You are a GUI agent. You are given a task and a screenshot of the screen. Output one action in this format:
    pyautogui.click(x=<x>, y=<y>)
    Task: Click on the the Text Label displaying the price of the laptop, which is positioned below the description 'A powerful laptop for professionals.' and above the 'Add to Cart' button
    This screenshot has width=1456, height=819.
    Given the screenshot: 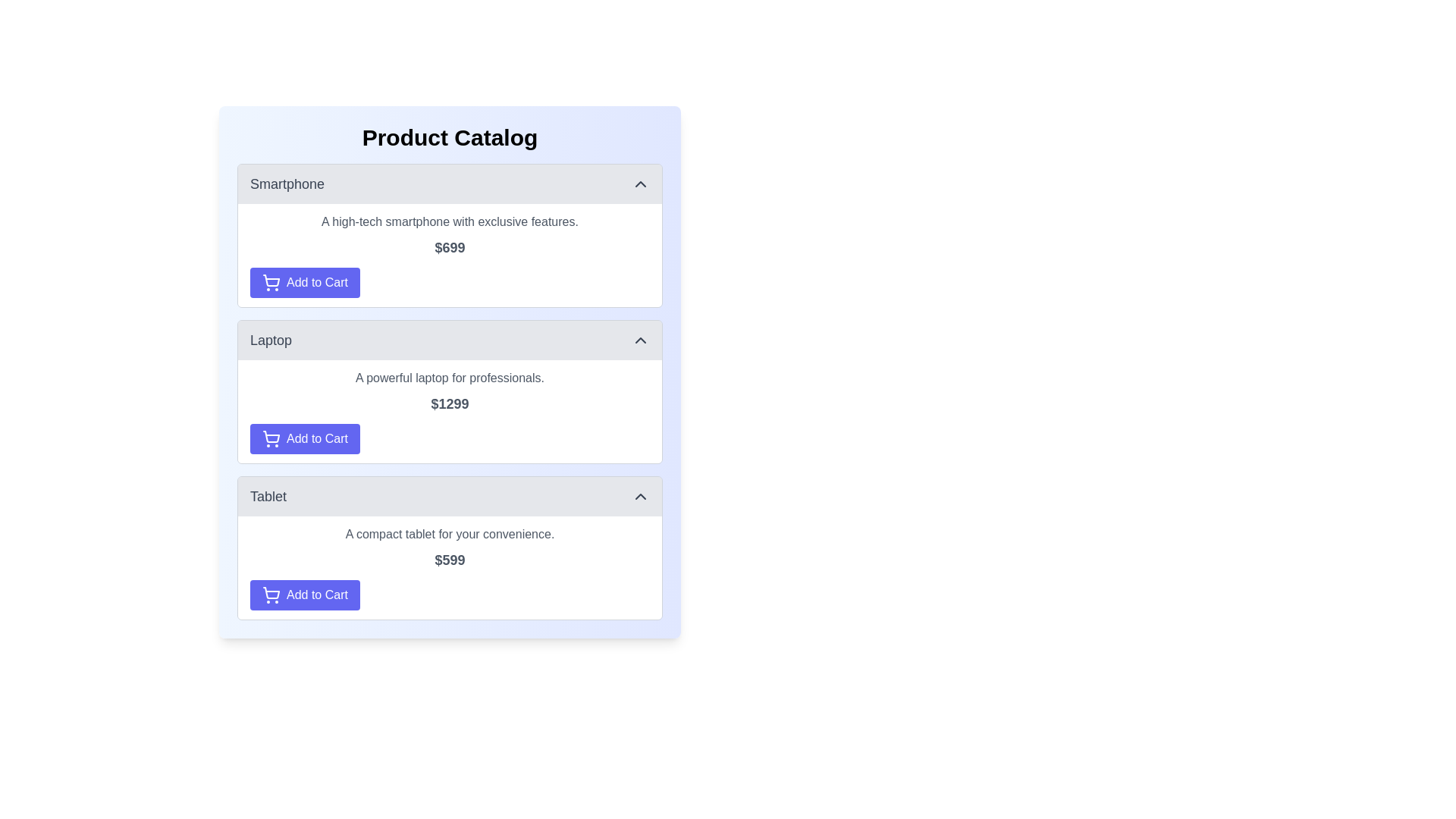 What is the action you would take?
    pyautogui.click(x=449, y=403)
    